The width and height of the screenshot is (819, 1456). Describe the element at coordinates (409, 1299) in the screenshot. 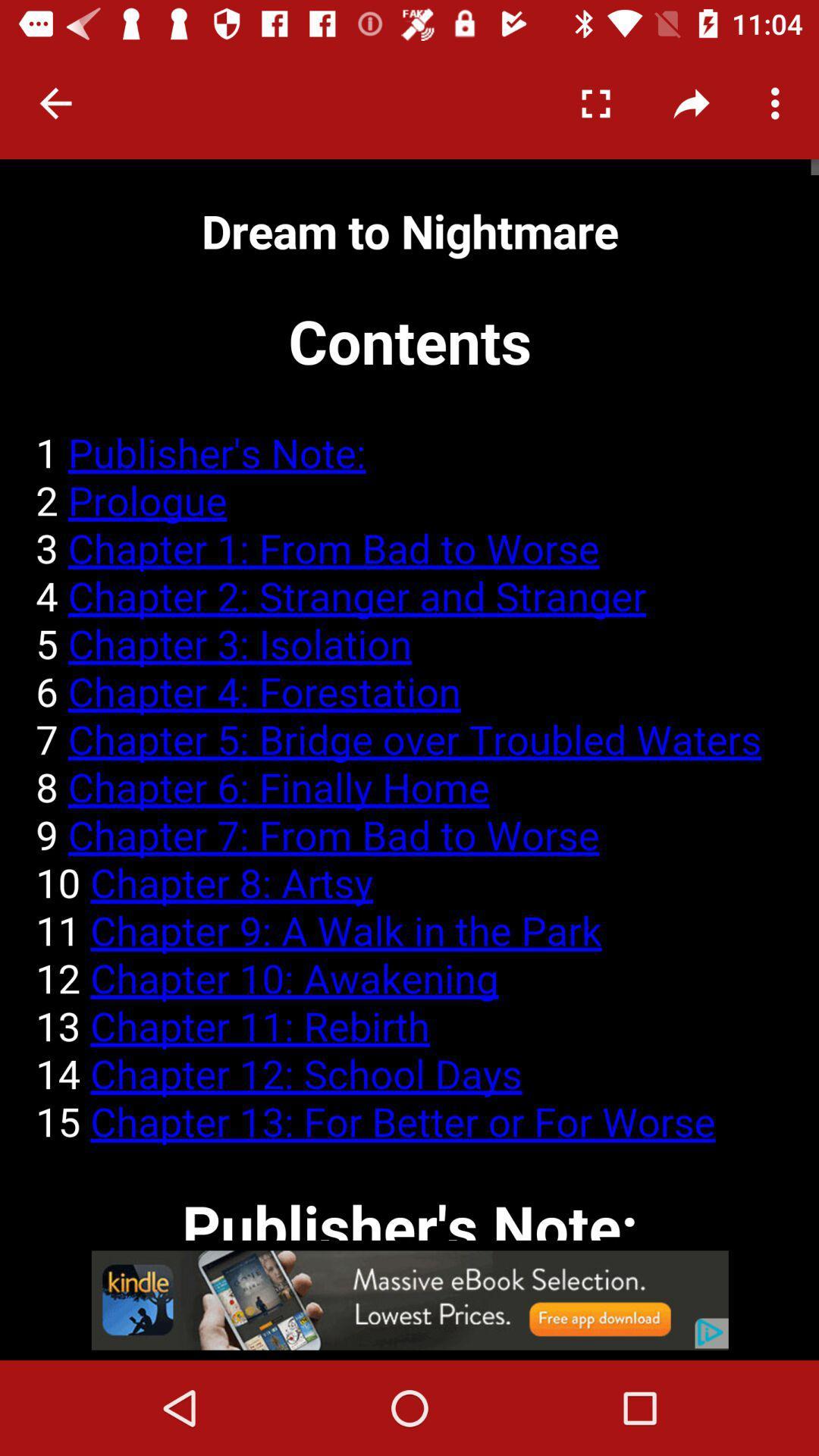

I see `advertisement page` at that location.